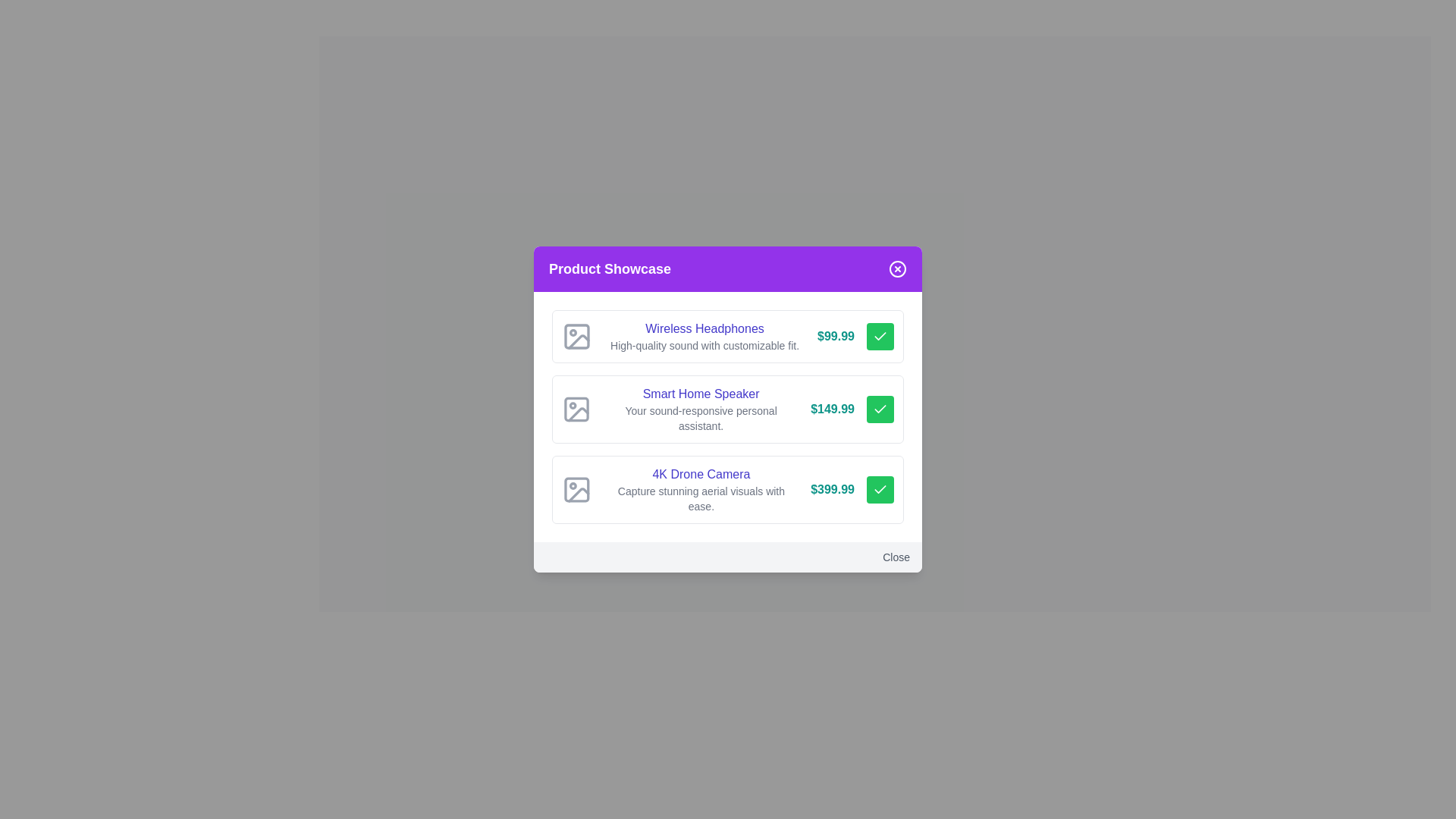  What do you see at coordinates (700, 409) in the screenshot?
I see `the textual description block displaying 'Smart Home Speaker' and 'Your sound-responsive personal assistant.'` at bounding box center [700, 409].